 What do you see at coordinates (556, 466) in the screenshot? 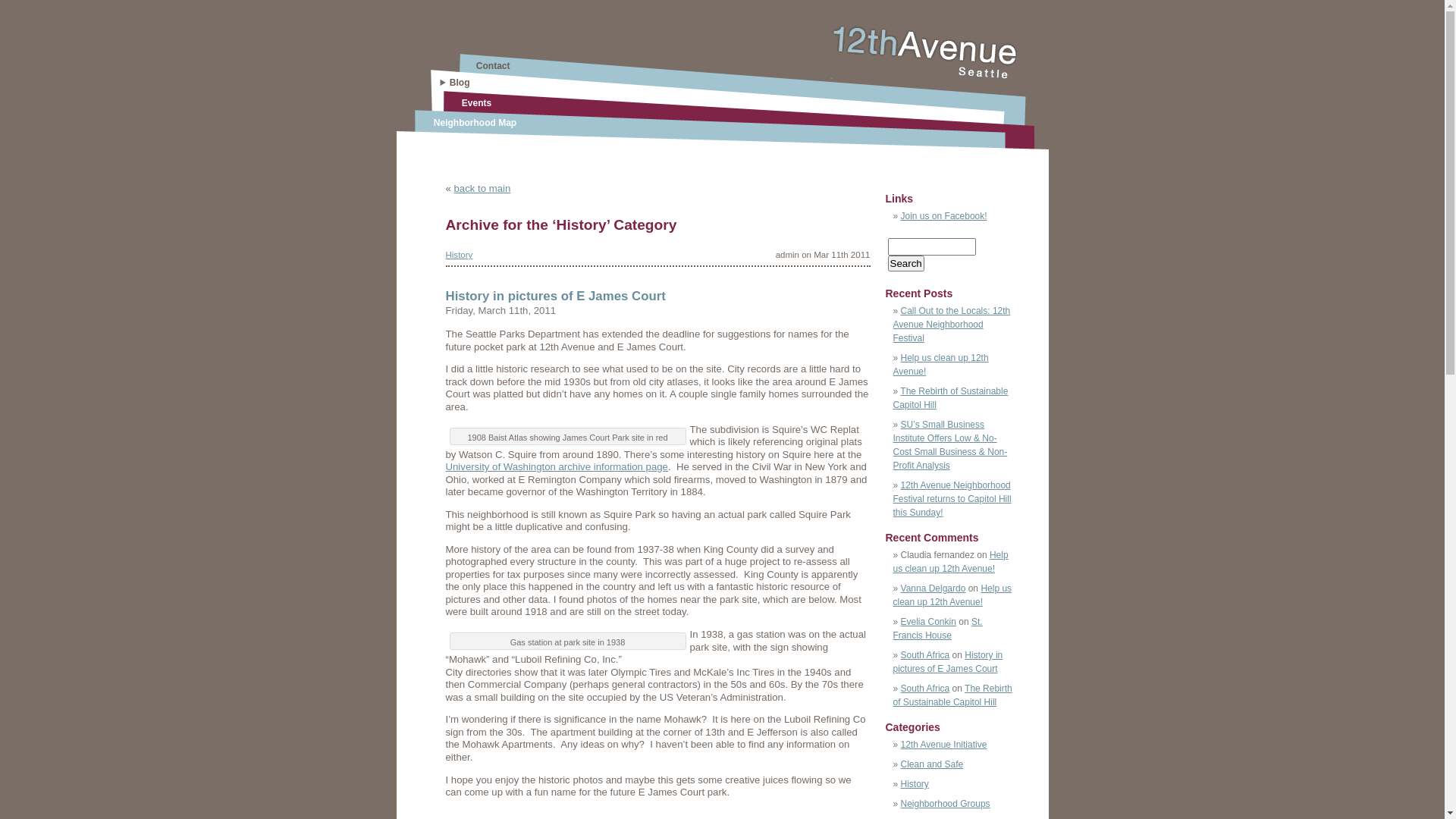
I see `'University of Washington archive information page'` at bounding box center [556, 466].